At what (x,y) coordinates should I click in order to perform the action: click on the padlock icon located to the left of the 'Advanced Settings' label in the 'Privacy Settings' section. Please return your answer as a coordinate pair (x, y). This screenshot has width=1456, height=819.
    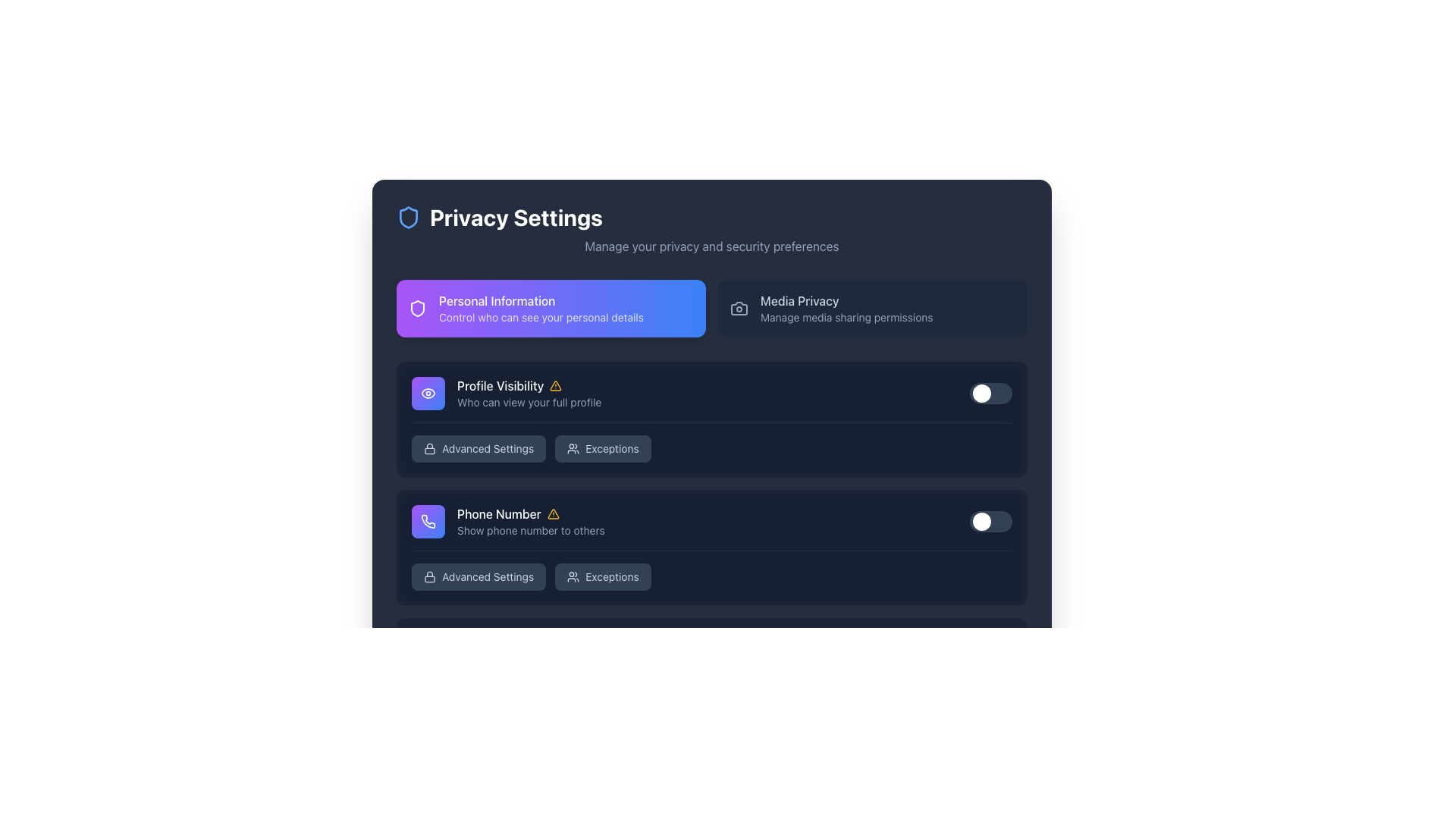
    Looking at the image, I should click on (428, 447).